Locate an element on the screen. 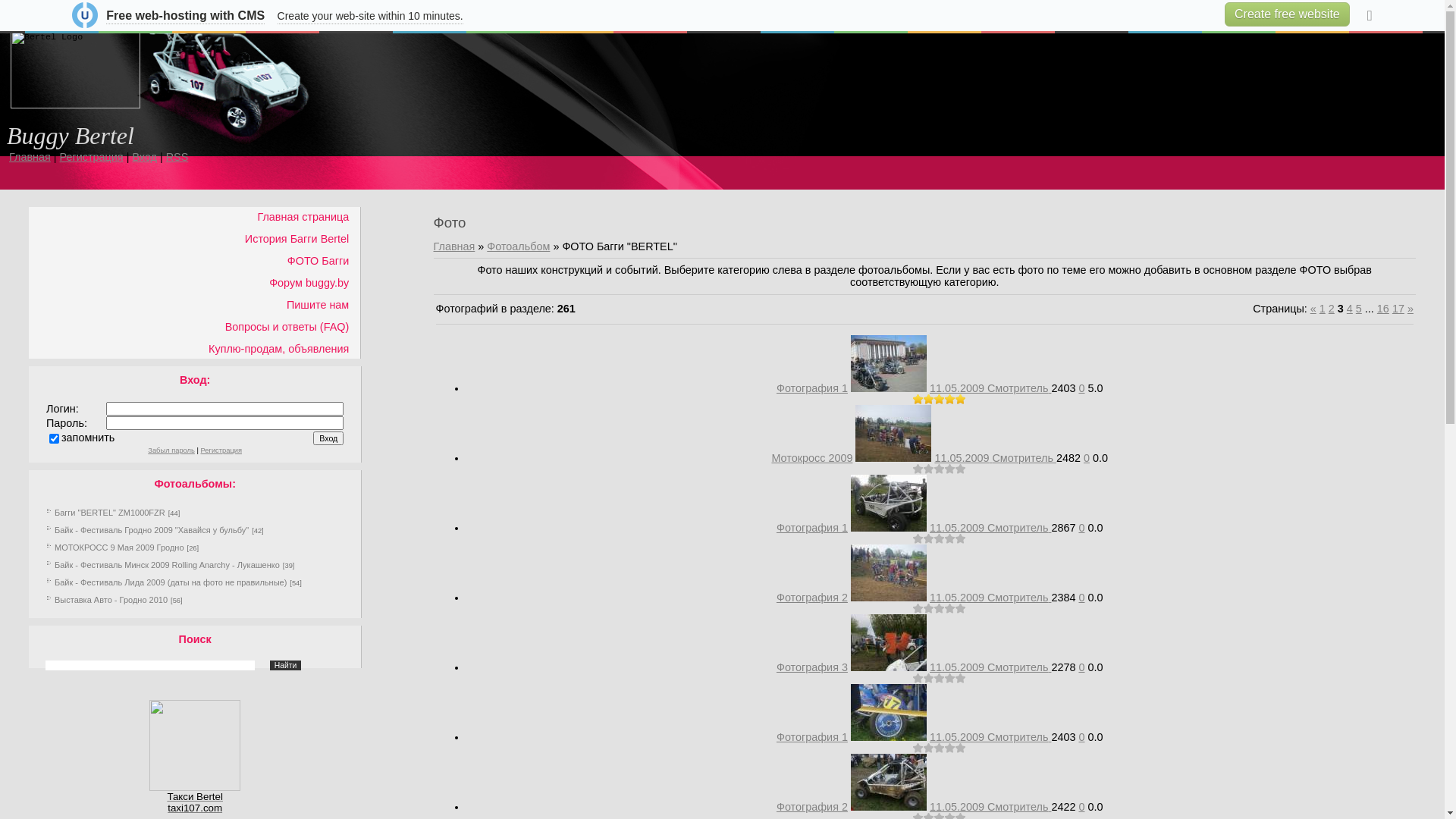 This screenshot has height=819, width=1456. '17' is located at coordinates (1392, 308).